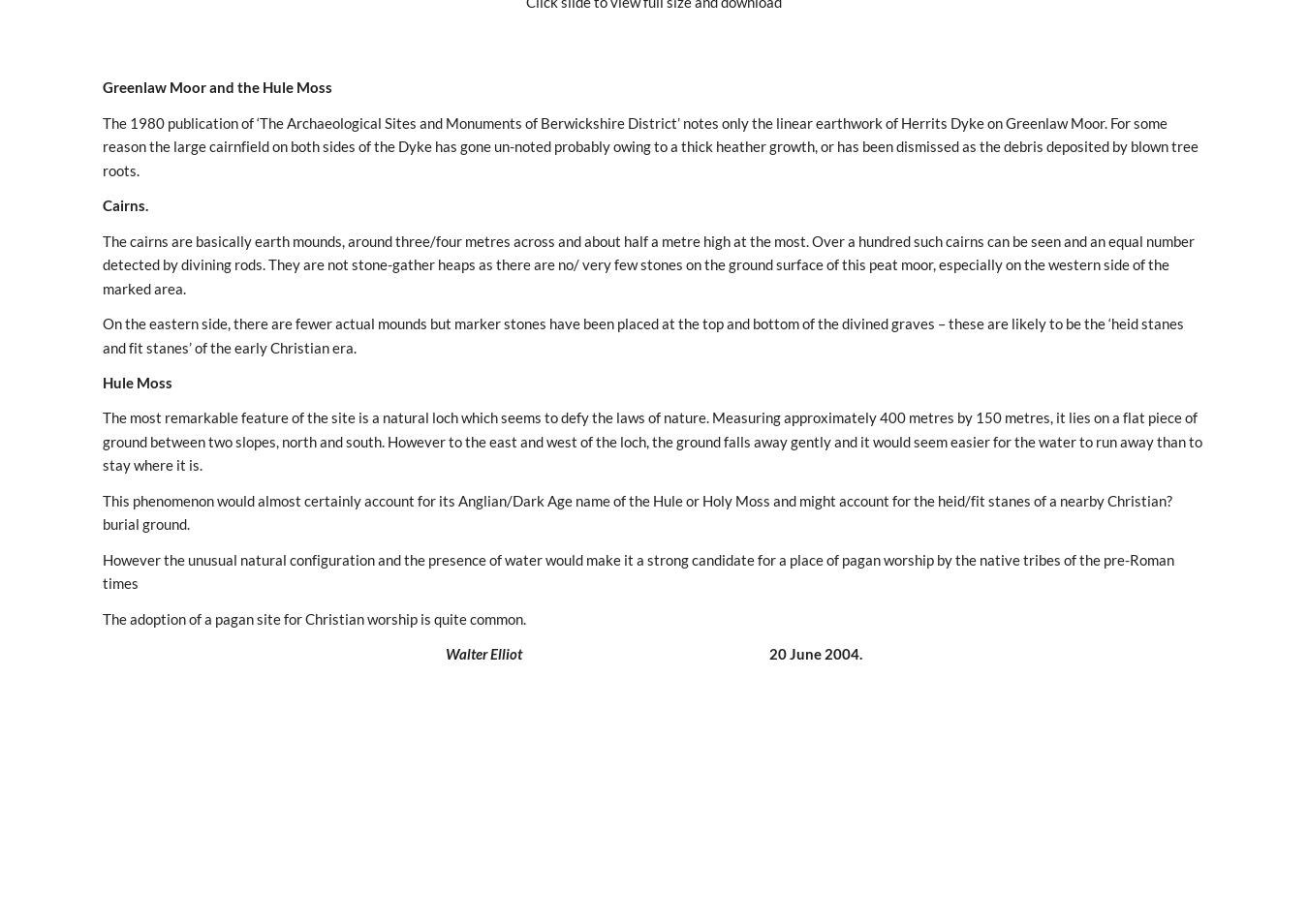  What do you see at coordinates (124, 204) in the screenshot?
I see `'Cairns.'` at bounding box center [124, 204].